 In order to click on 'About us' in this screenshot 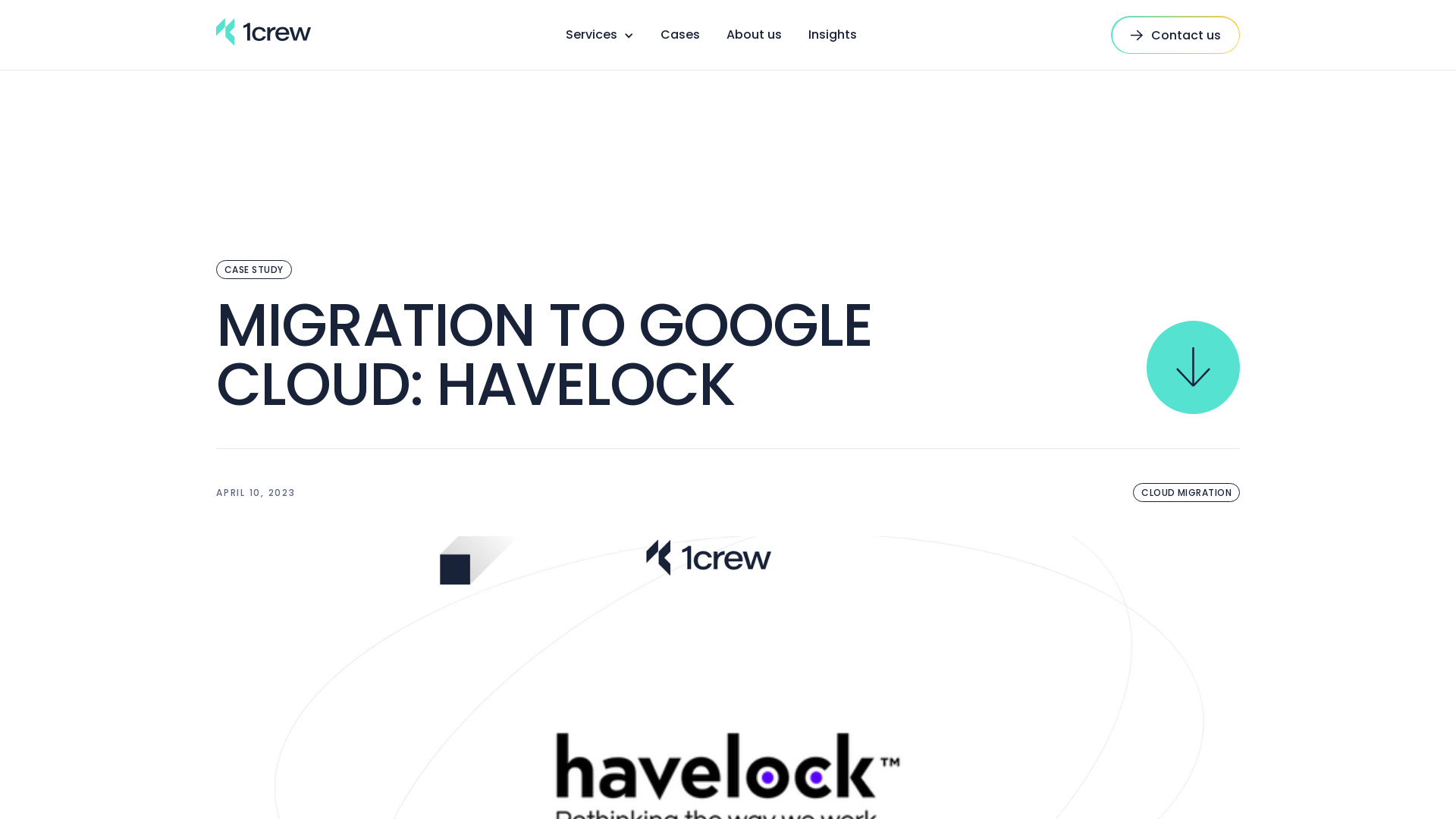, I will do `click(726, 34)`.